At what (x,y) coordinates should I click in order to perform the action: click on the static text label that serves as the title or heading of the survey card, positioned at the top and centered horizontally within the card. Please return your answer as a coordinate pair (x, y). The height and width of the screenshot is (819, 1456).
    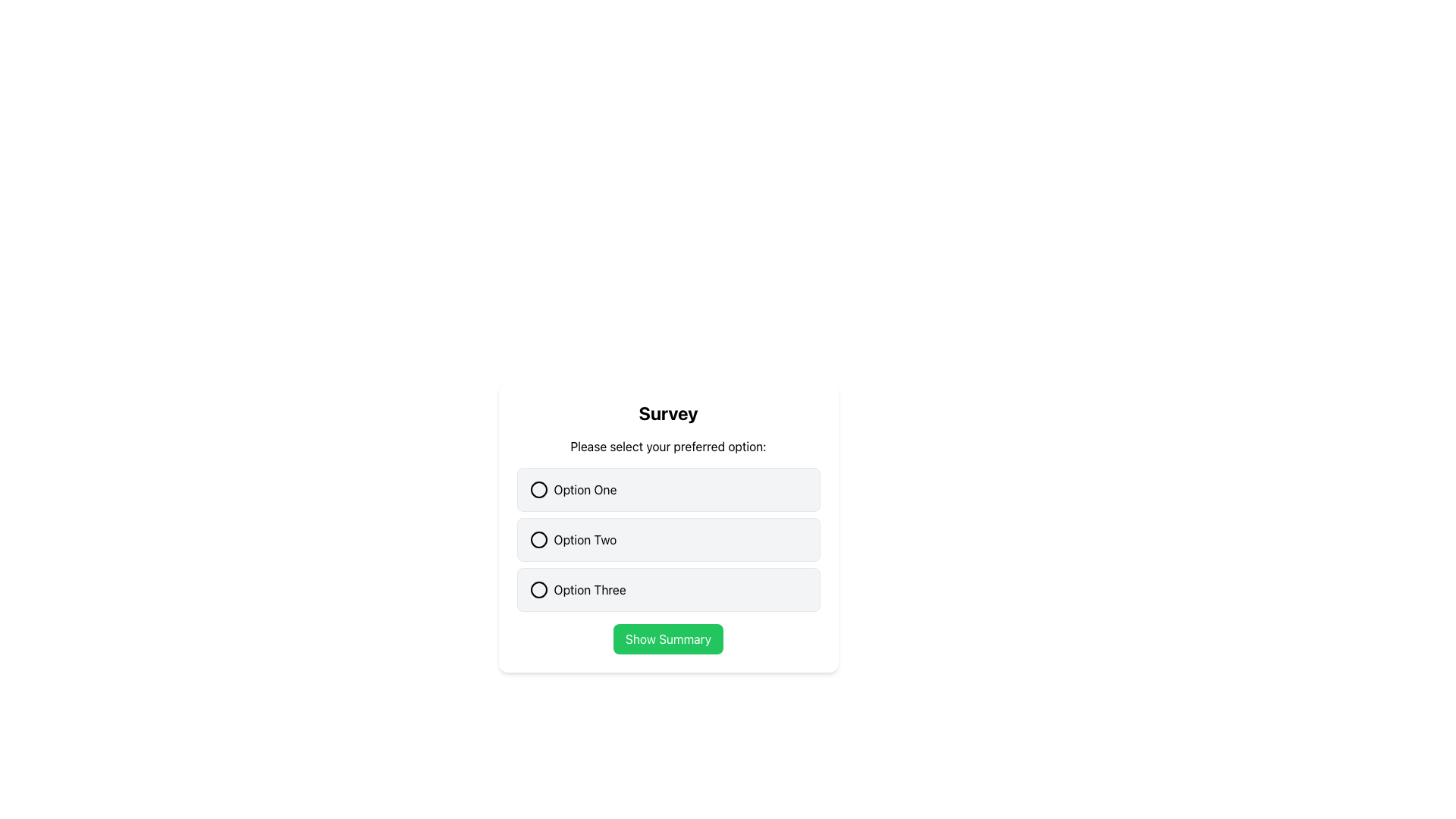
    Looking at the image, I should click on (667, 413).